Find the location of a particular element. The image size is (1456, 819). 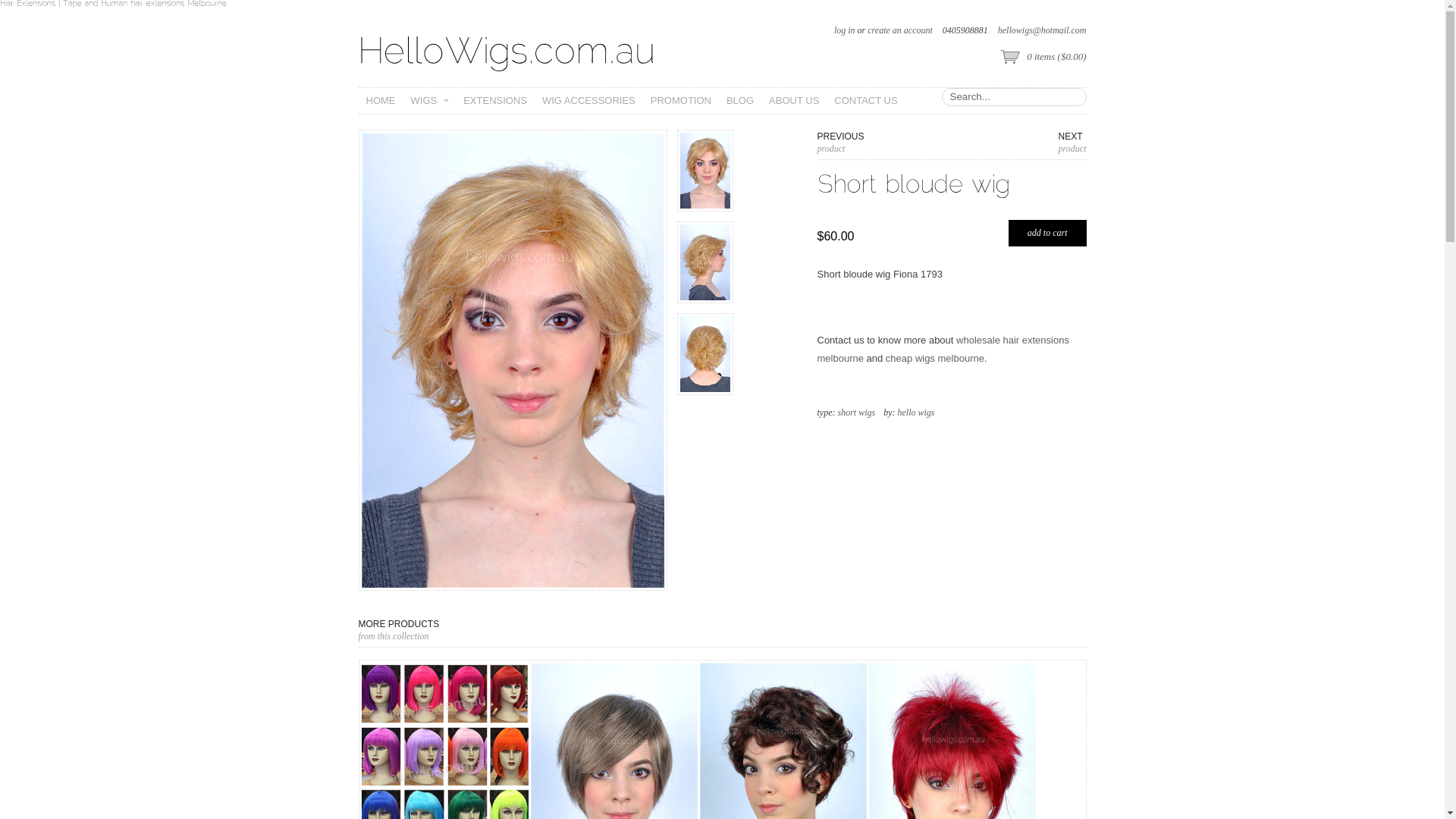

'0 items ($0.00)' is located at coordinates (1041, 57).